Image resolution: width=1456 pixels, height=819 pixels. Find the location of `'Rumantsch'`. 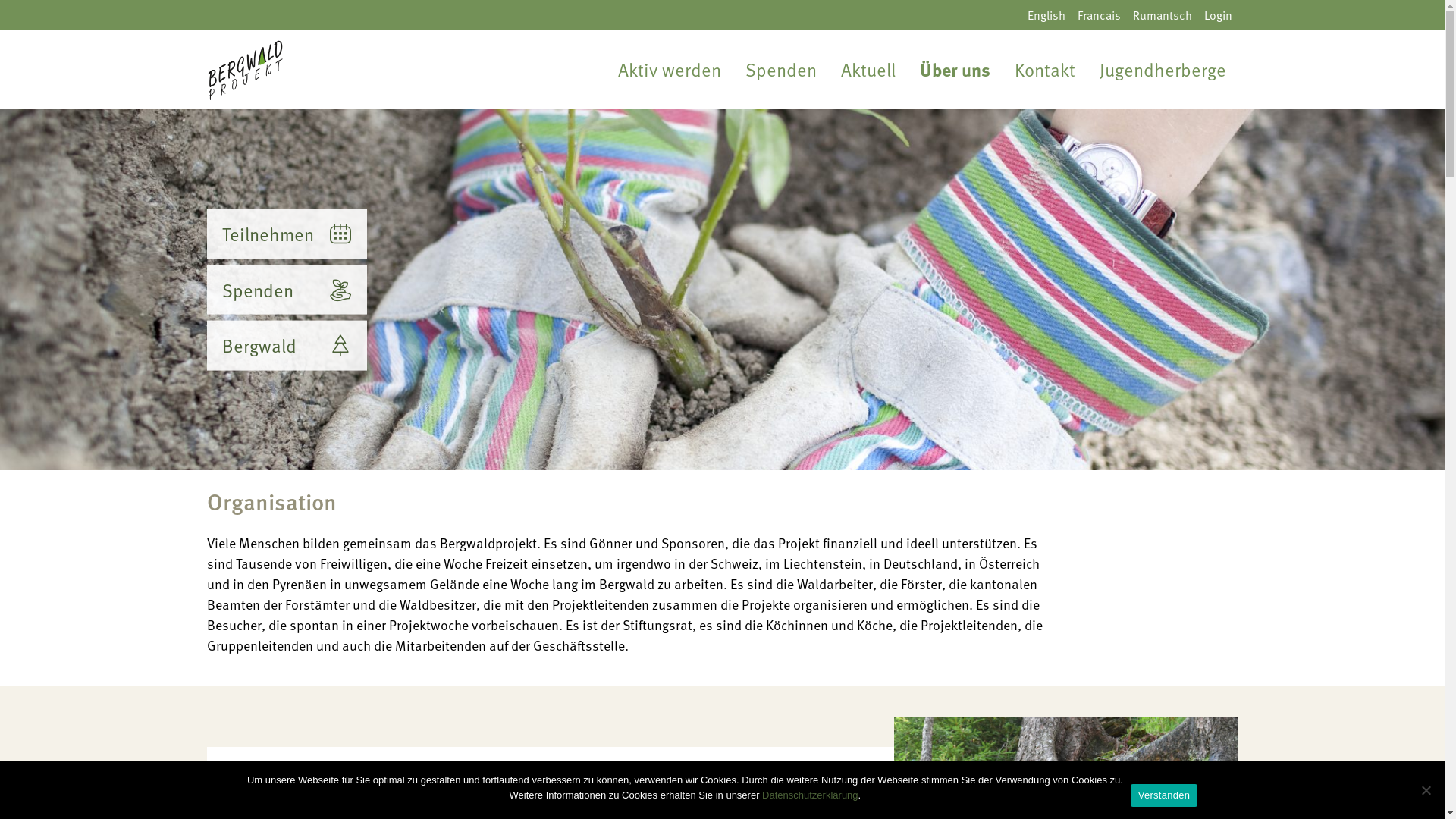

'Rumantsch' is located at coordinates (1161, 14).